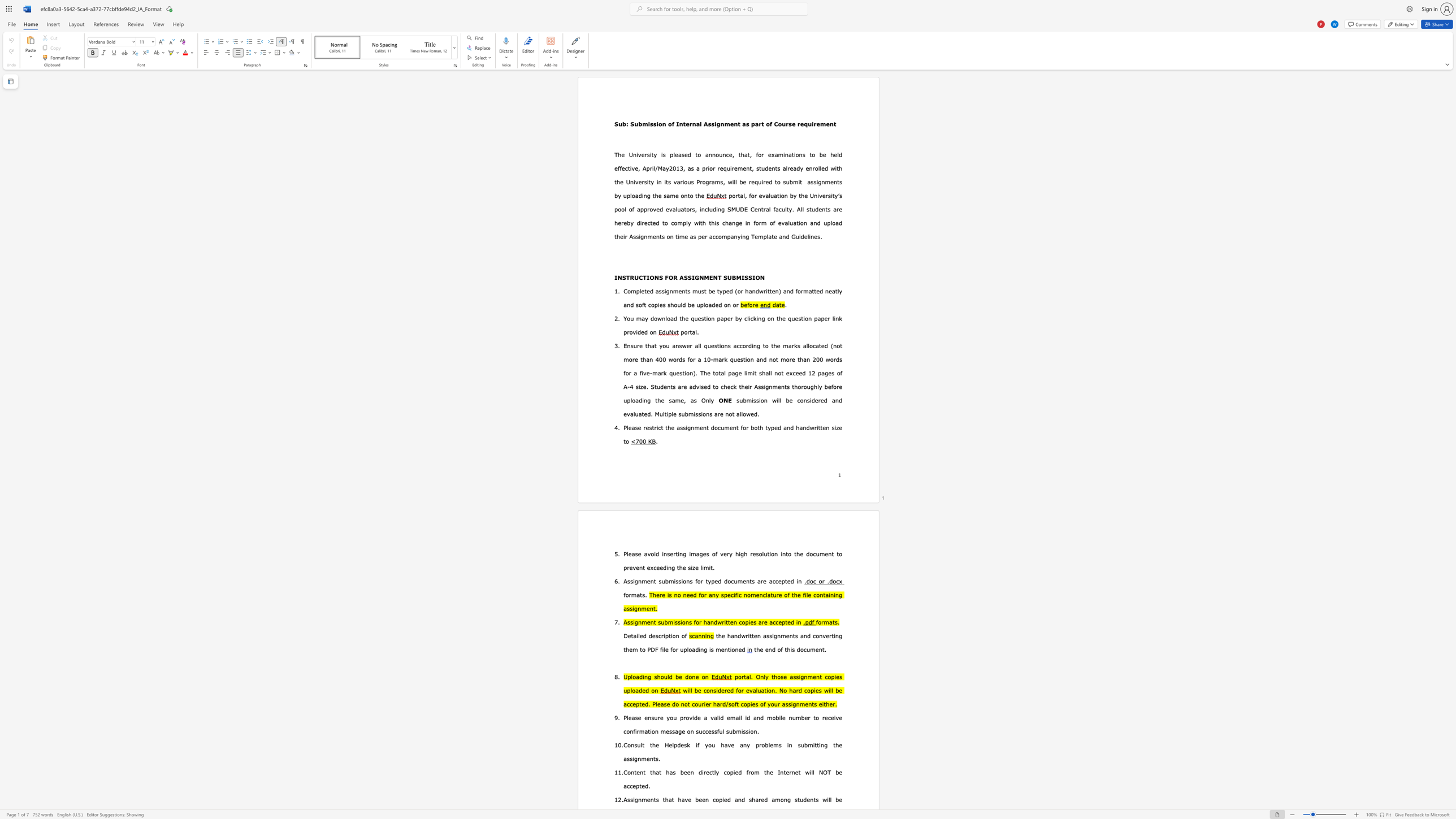  I want to click on the subset text "ation by the University’s pool of approved evaluato" within the text "for evaluation by the University’s pool of approved evaluators, including SMUDE Central faculty. All students are hereby directed to", so click(773, 196).